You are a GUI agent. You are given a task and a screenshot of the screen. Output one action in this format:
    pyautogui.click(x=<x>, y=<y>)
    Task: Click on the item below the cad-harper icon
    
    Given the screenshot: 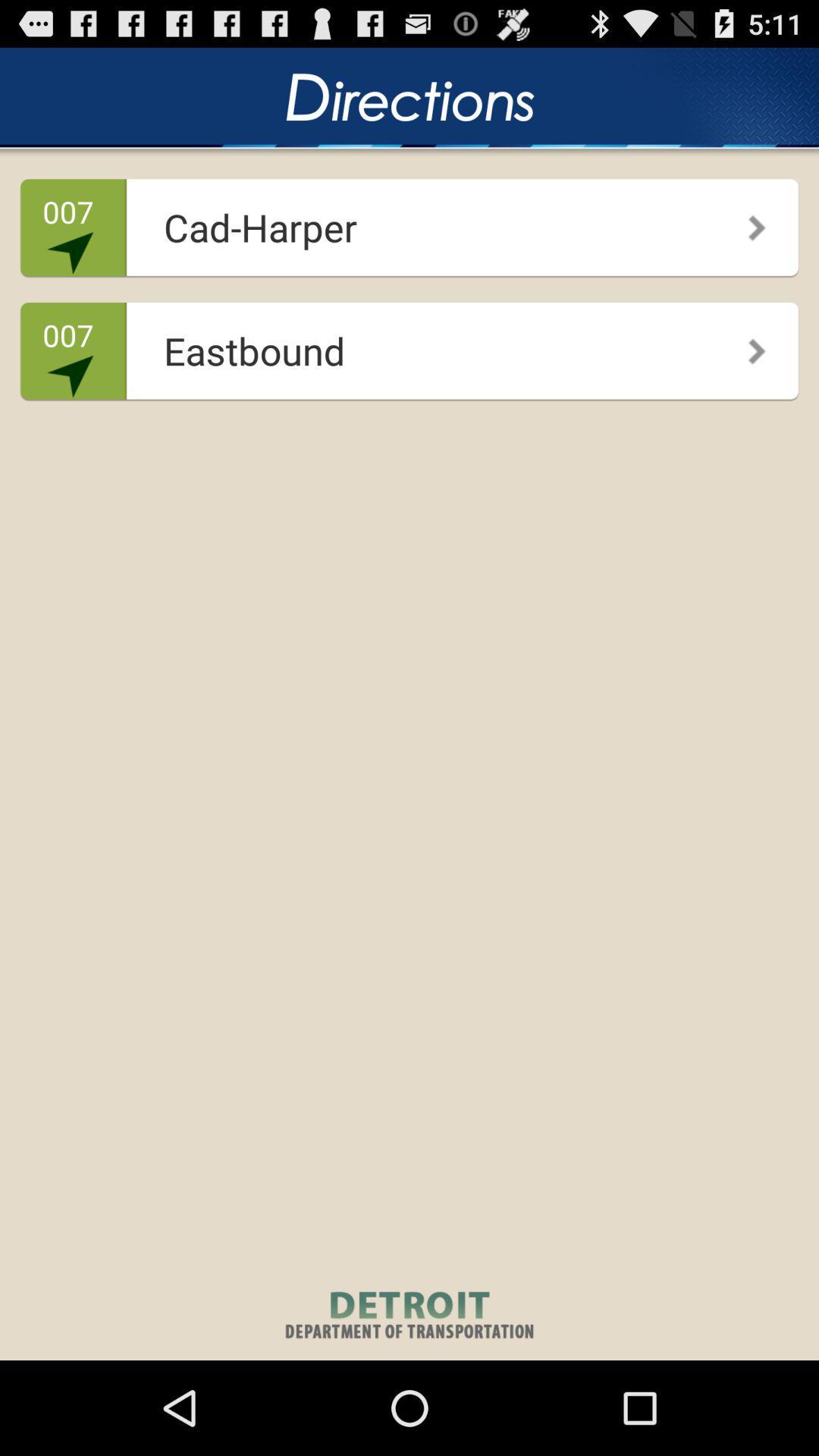 What is the action you would take?
    pyautogui.click(x=404, y=345)
    